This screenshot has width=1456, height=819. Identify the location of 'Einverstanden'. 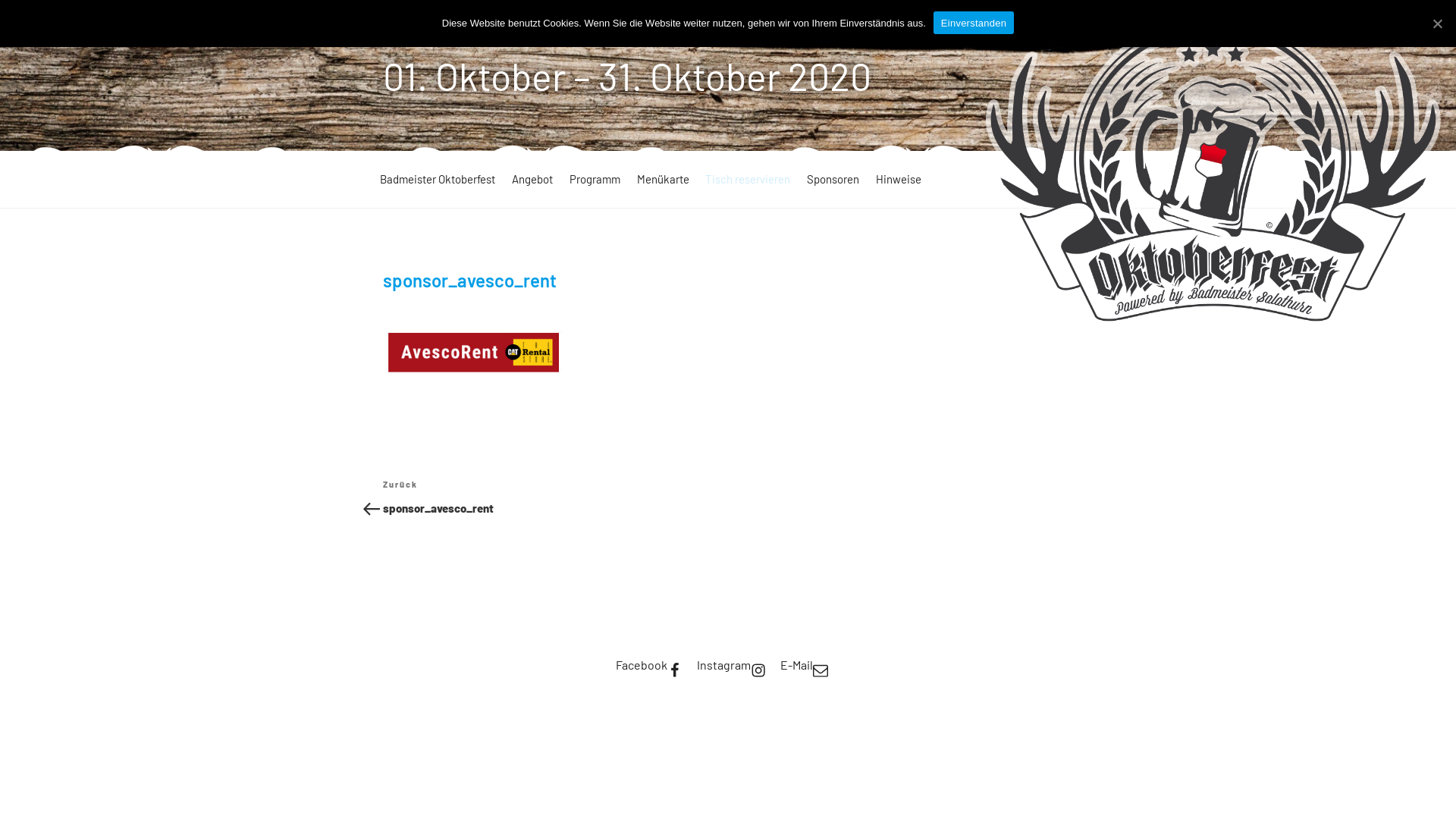
(973, 23).